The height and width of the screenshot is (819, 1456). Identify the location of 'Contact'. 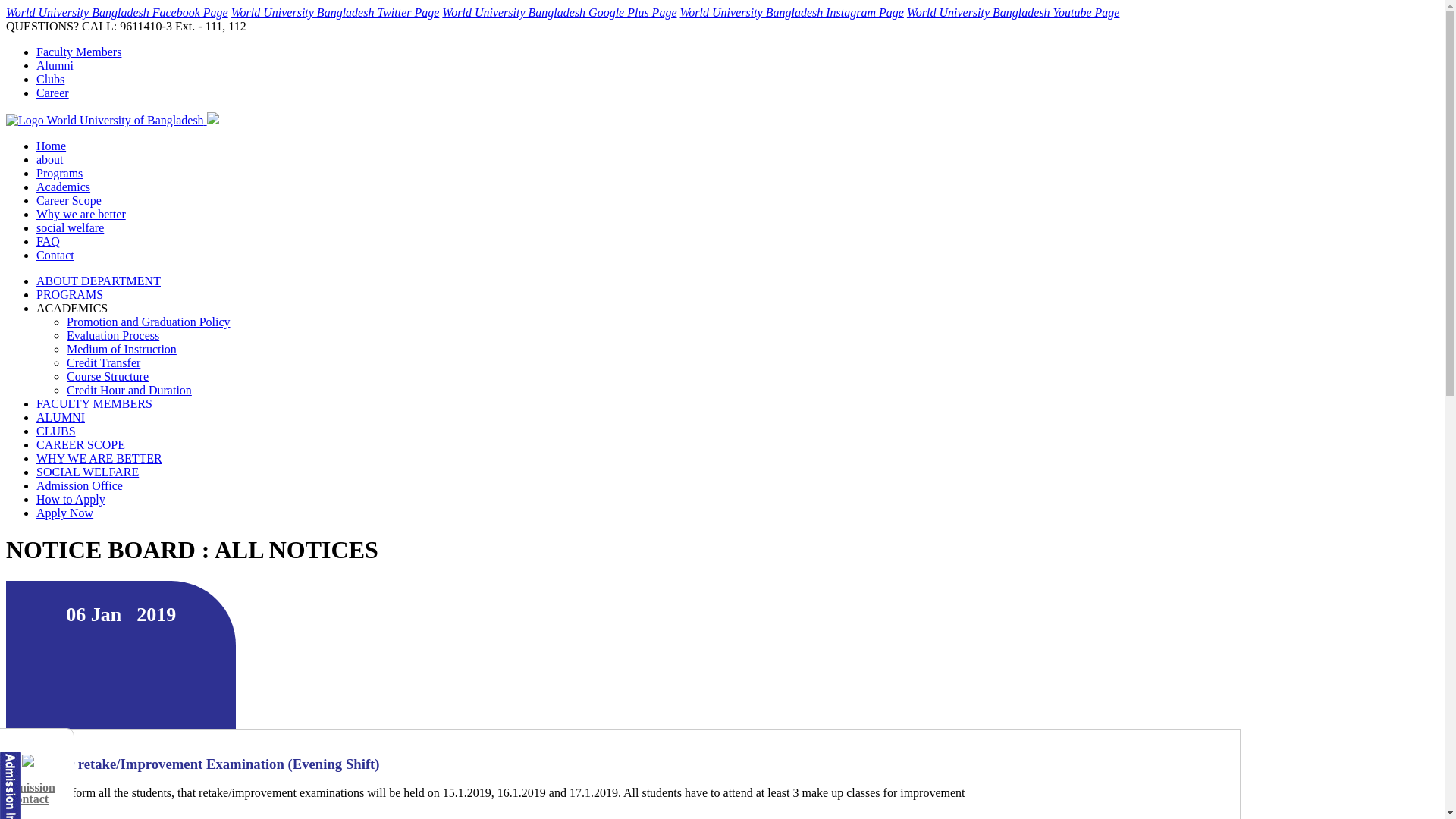
(36, 254).